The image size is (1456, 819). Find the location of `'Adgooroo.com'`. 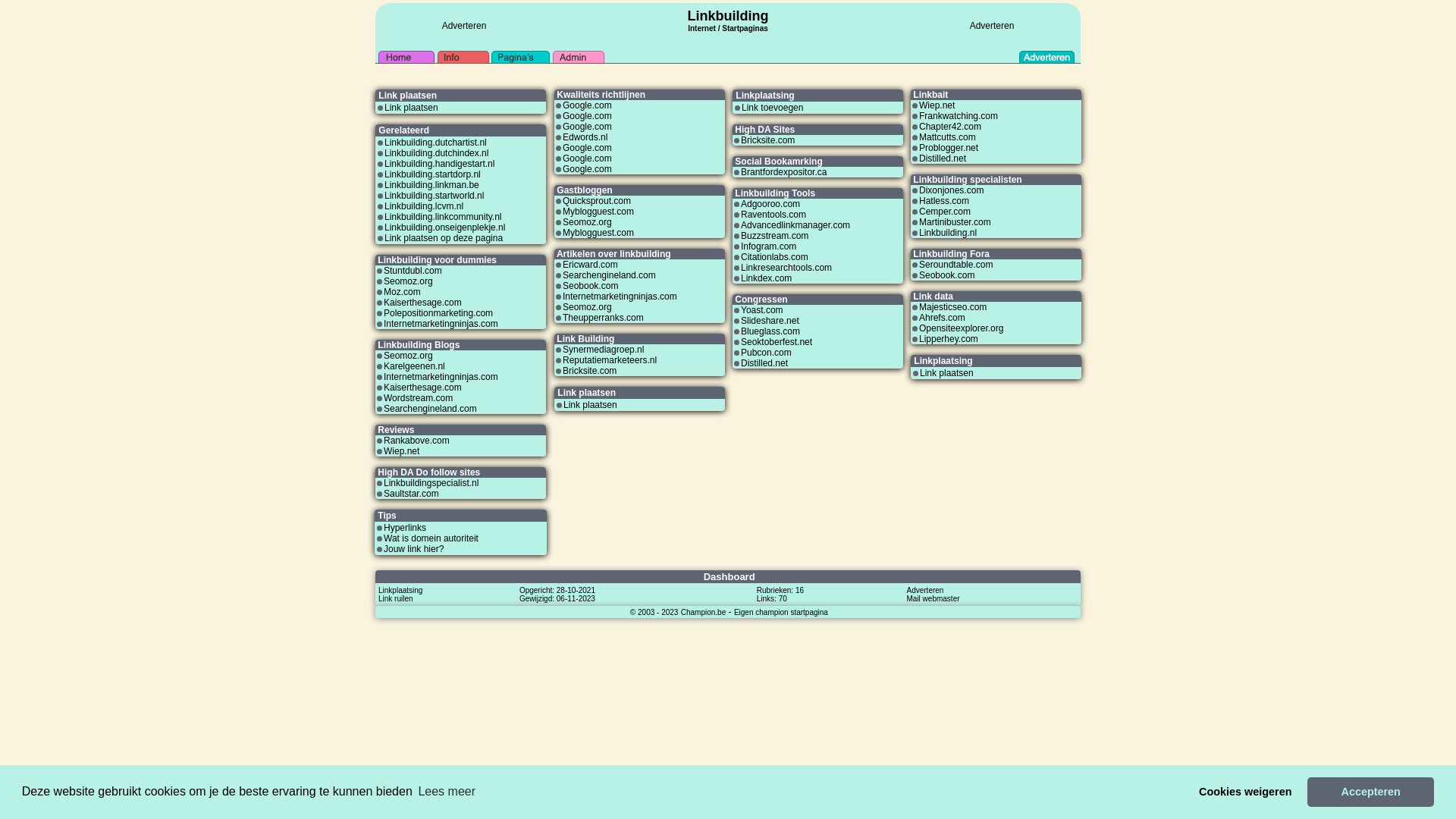

'Adgooroo.com' is located at coordinates (770, 203).